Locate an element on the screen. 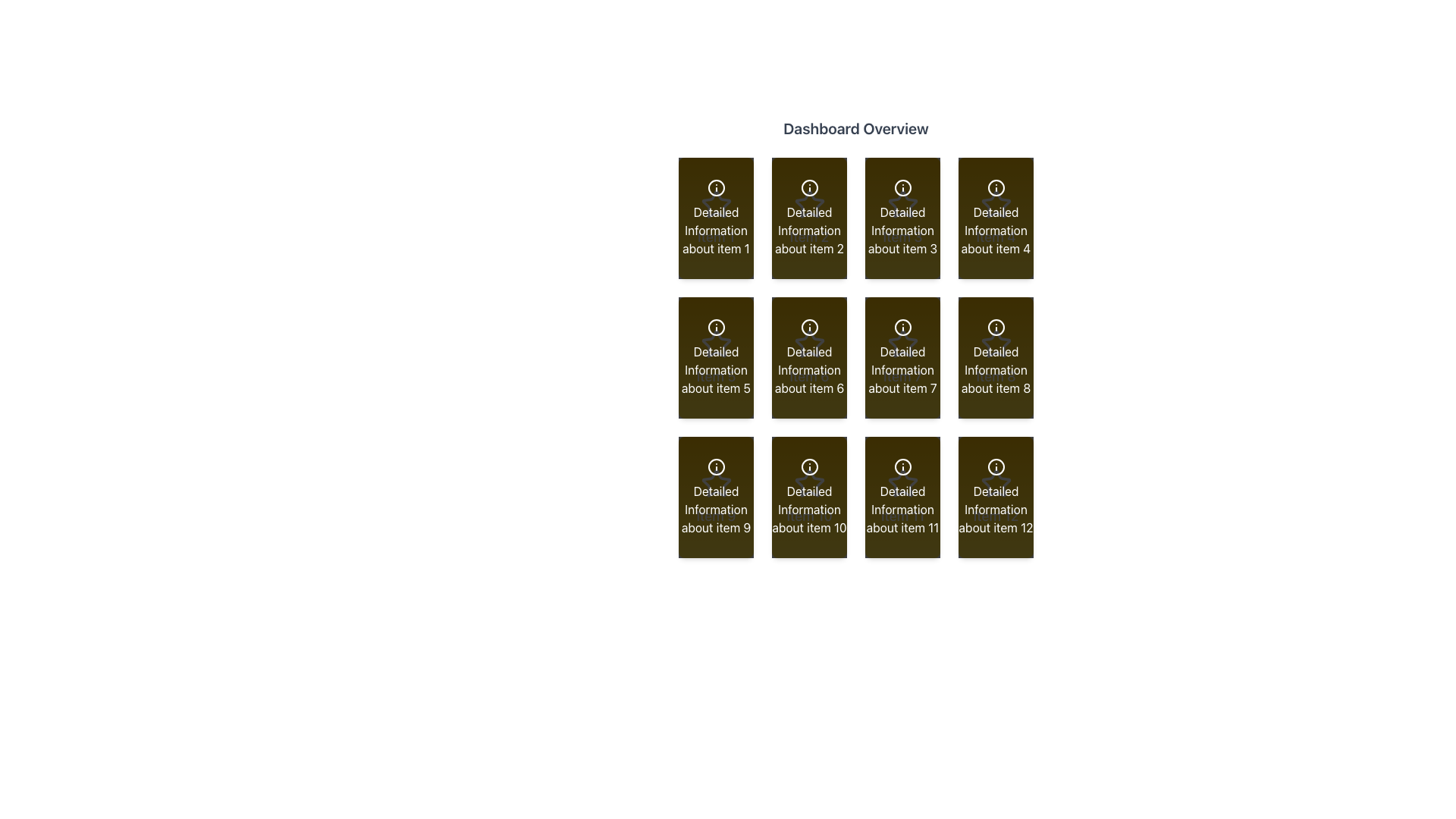  the star-shaped icon with a clean geometric design, styled in white and situated above the text 'Item 4' on a yellow-to-brown gradient background is located at coordinates (996, 205).